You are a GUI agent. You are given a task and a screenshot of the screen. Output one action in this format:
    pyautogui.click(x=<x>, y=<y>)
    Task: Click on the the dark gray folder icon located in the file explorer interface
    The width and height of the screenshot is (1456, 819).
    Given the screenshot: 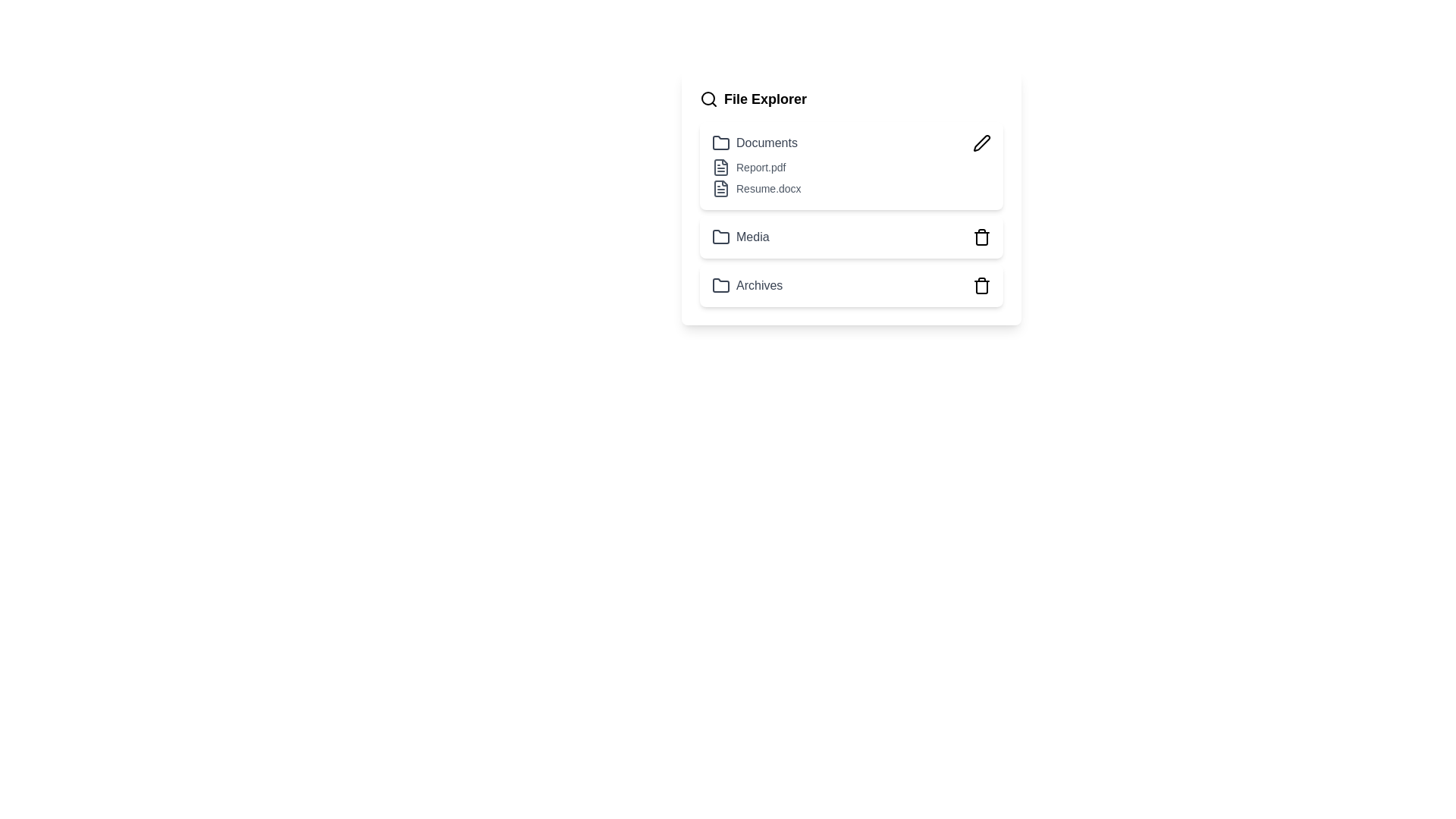 What is the action you would take?
    pyautogui.click(x=720, y=237)
    